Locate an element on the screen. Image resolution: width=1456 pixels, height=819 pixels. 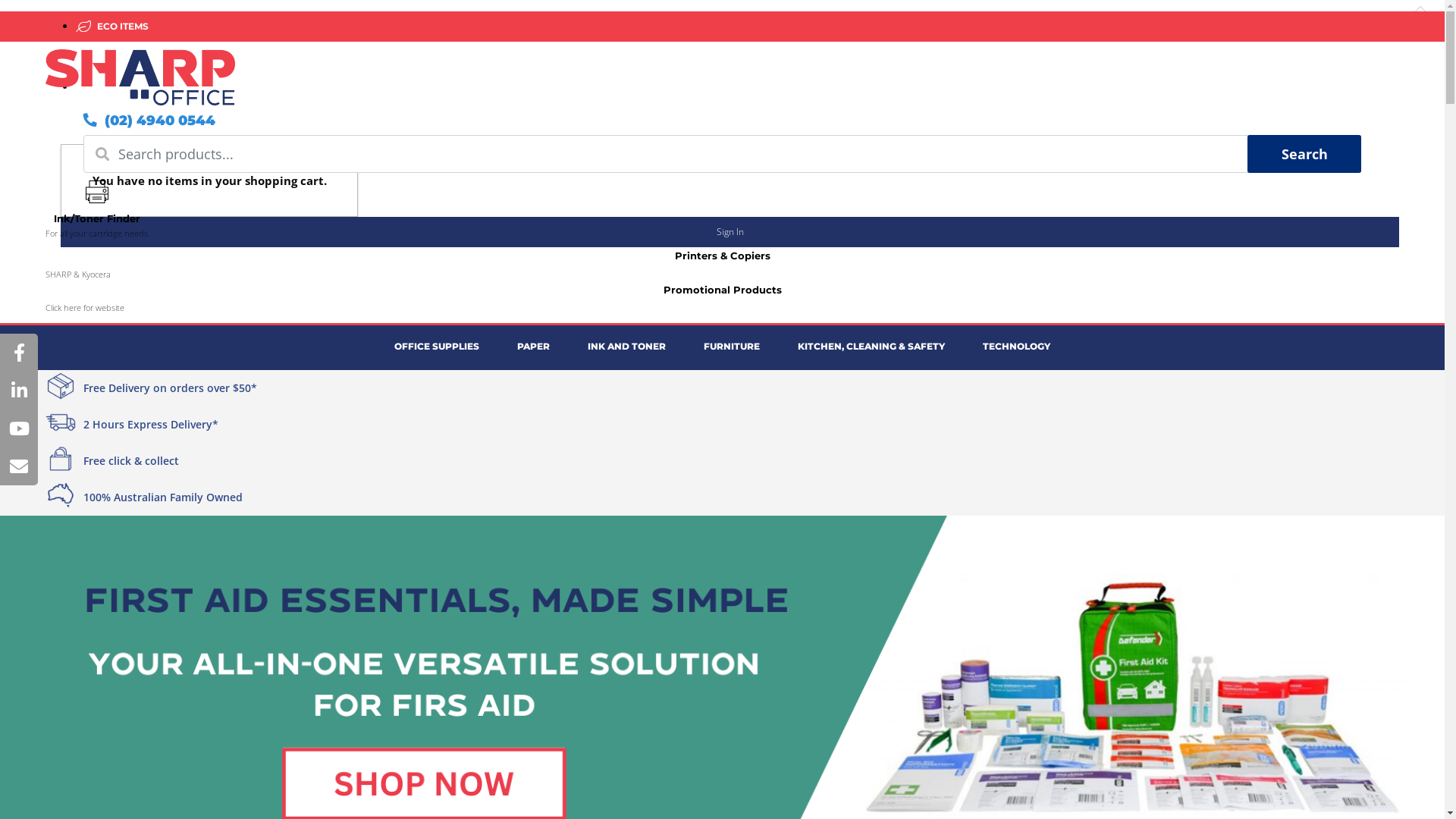
'ECO ITEMS' is located at coordinates (119, 26).